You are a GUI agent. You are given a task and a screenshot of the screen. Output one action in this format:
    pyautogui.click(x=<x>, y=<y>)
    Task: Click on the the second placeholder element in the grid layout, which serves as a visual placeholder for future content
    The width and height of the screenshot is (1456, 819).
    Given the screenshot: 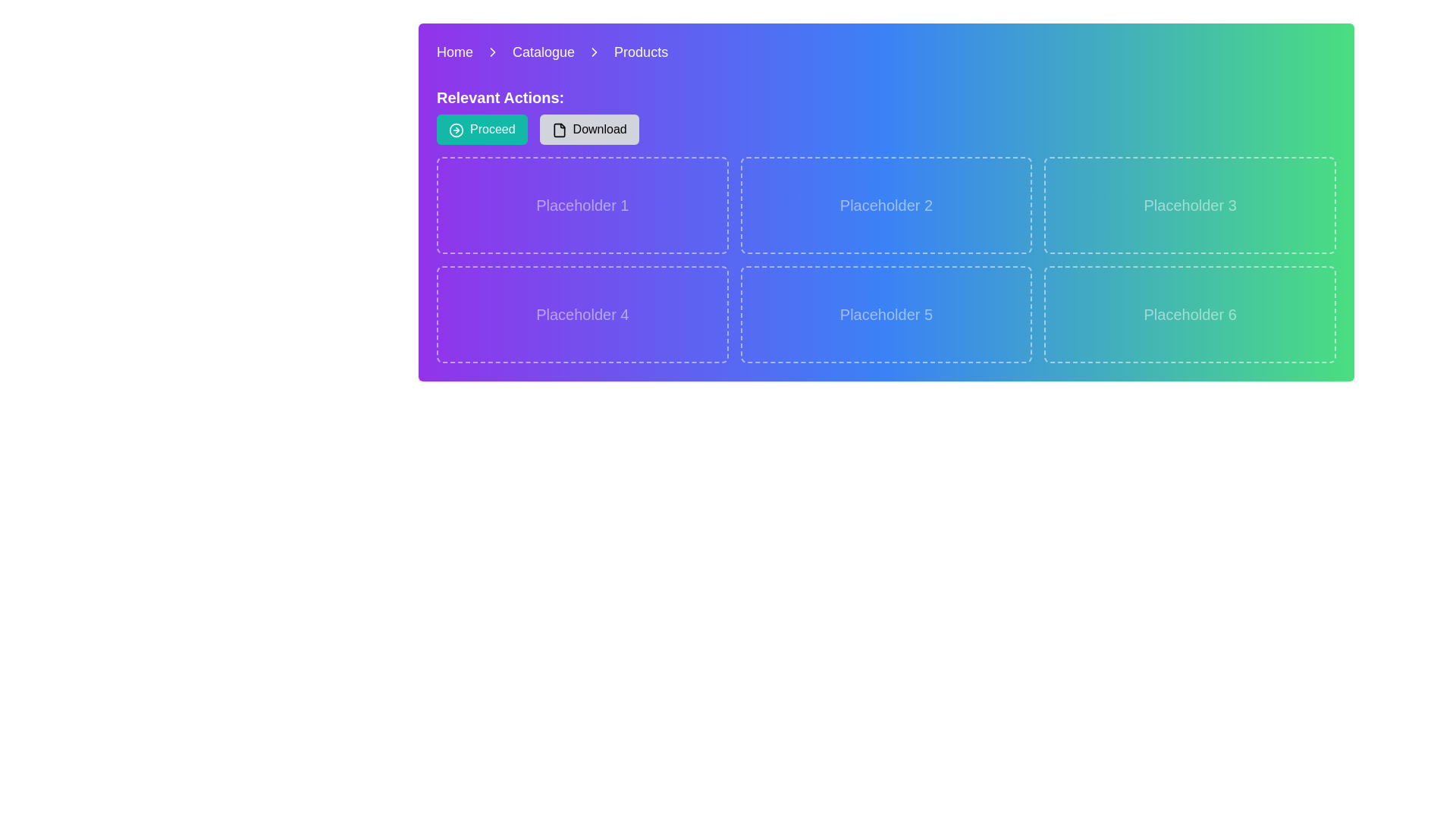 What is the action you would take?
    pyautogui.click(x=886, y=205)
    